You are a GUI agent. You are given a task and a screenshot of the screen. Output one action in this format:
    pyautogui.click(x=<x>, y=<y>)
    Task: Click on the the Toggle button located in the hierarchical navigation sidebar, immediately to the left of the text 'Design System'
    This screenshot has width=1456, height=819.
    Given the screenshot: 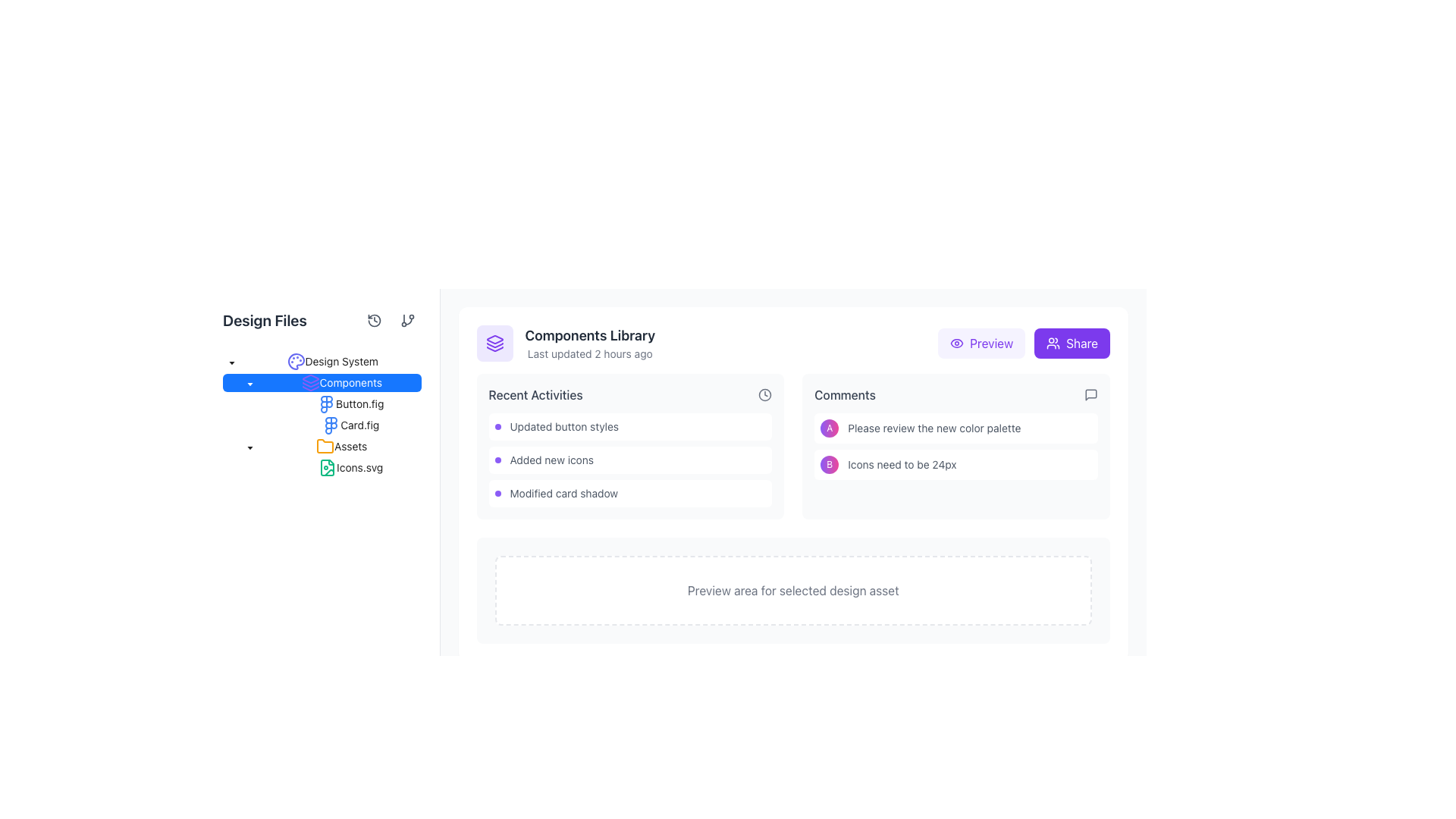 What is the action you would take?
    pyautogui.click(x=231, y=362)
    